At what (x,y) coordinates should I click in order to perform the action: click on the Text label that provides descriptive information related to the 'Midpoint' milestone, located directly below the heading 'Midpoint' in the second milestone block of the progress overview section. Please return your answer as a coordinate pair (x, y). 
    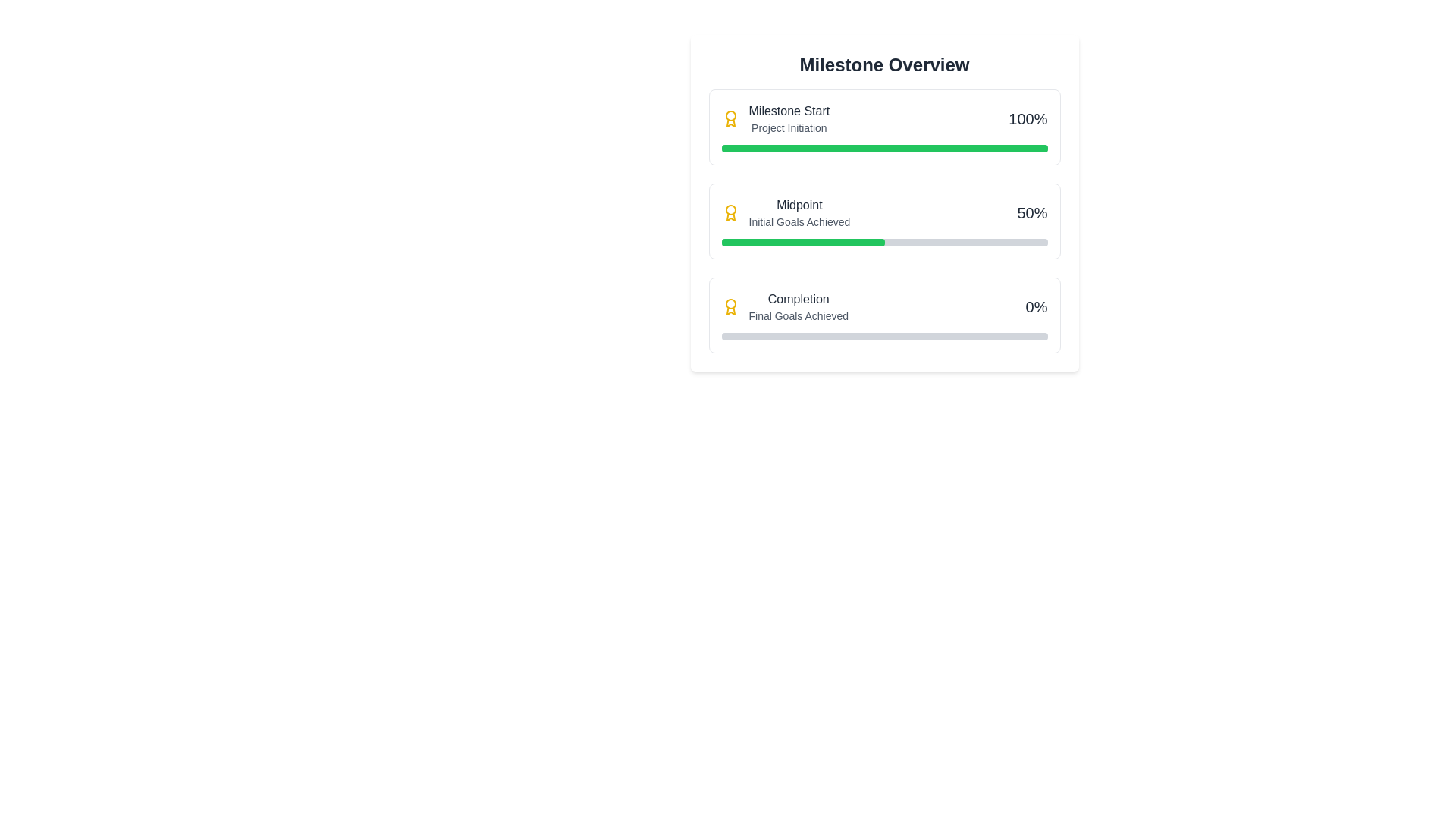
    Looking at the image, I should click on (799, 222).